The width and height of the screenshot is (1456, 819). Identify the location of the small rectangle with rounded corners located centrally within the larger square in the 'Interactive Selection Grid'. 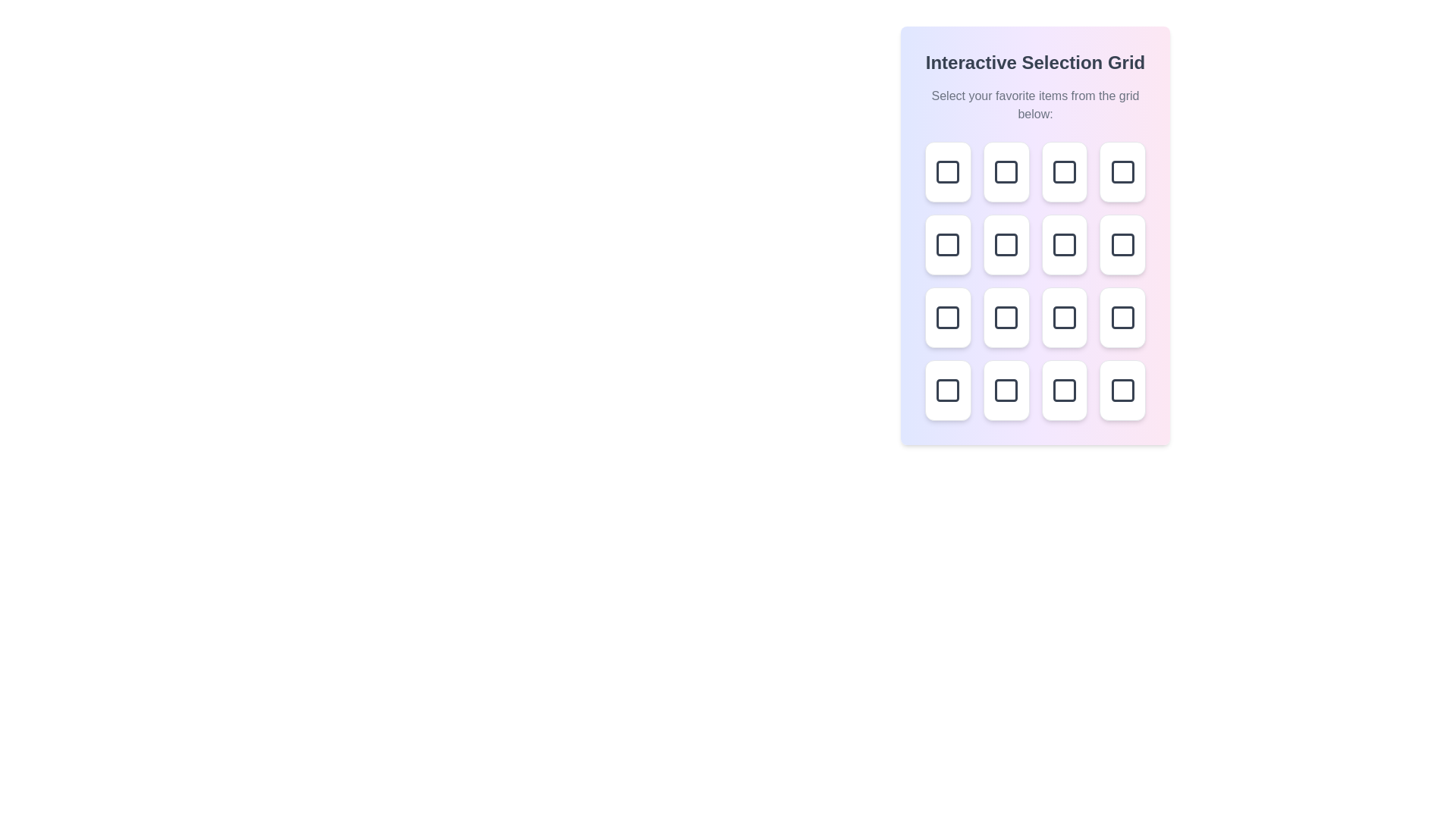
(1006, 244).